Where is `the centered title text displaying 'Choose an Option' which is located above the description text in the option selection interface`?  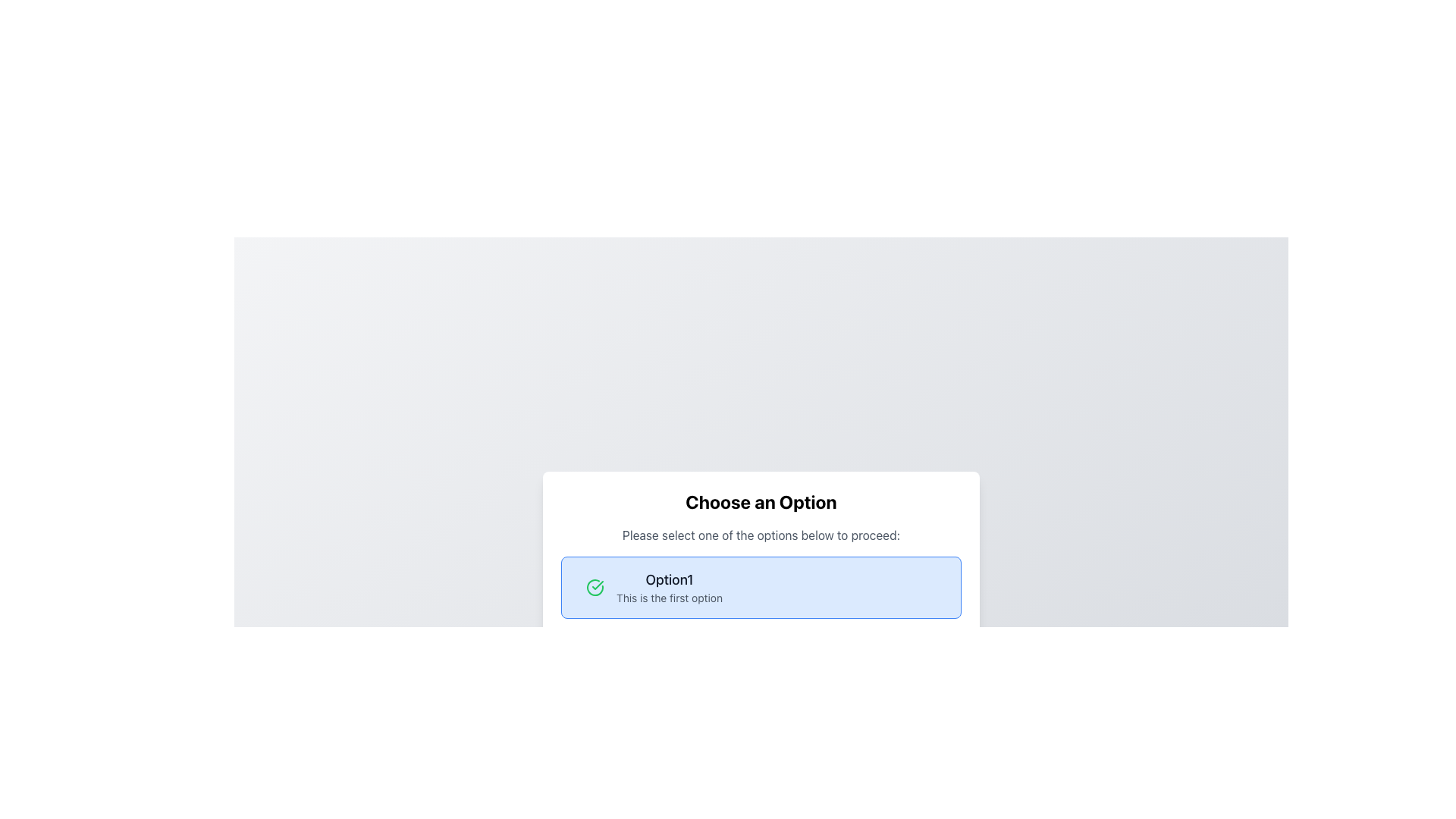 the centered title text displaying 'Choose an Option' which is located above the description text in the option selection interface is located at coordinates (761, 502).